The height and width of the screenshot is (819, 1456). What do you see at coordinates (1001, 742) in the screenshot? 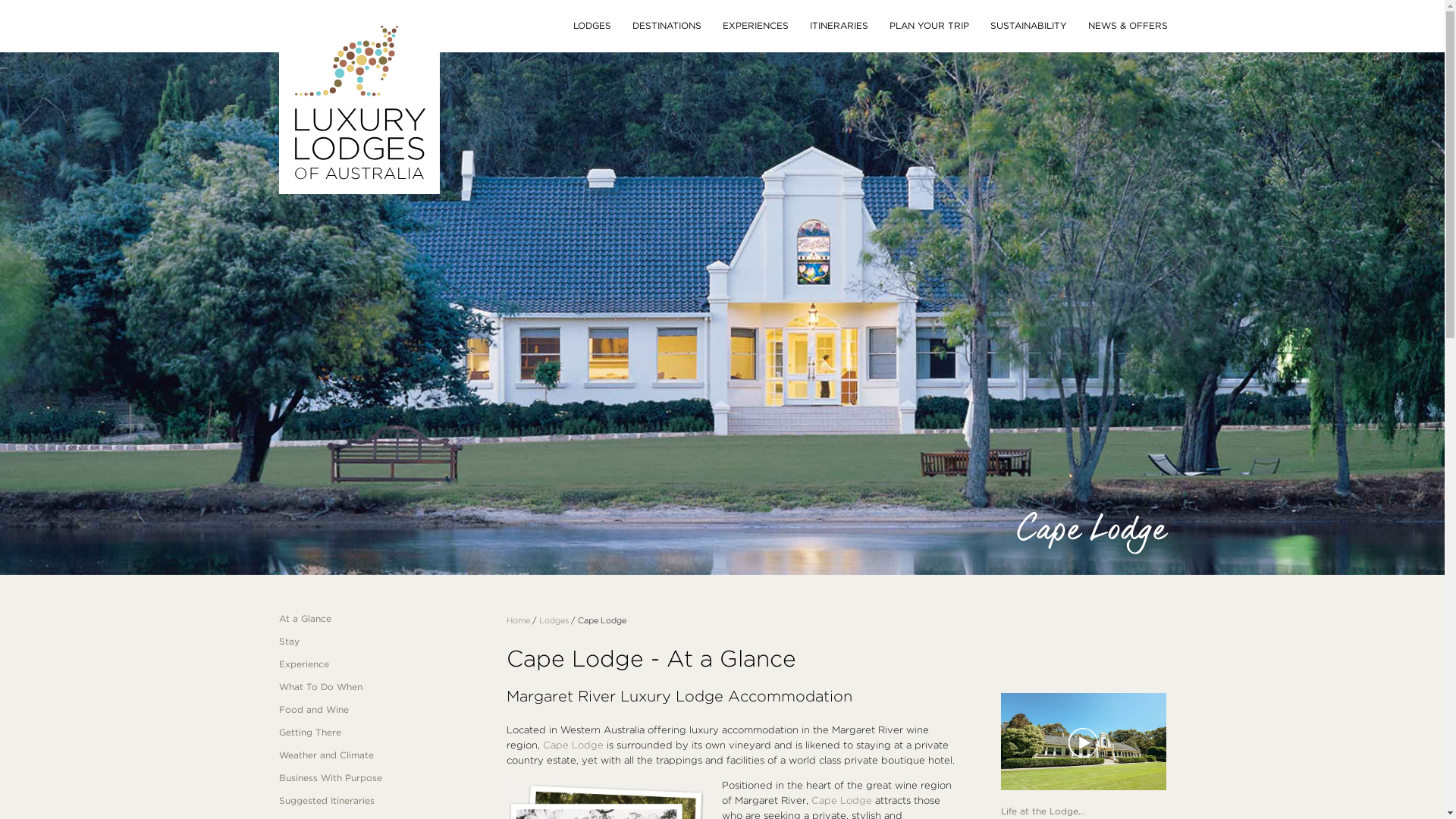
I see `'popup-video'` at bounding box center [1001, 742].